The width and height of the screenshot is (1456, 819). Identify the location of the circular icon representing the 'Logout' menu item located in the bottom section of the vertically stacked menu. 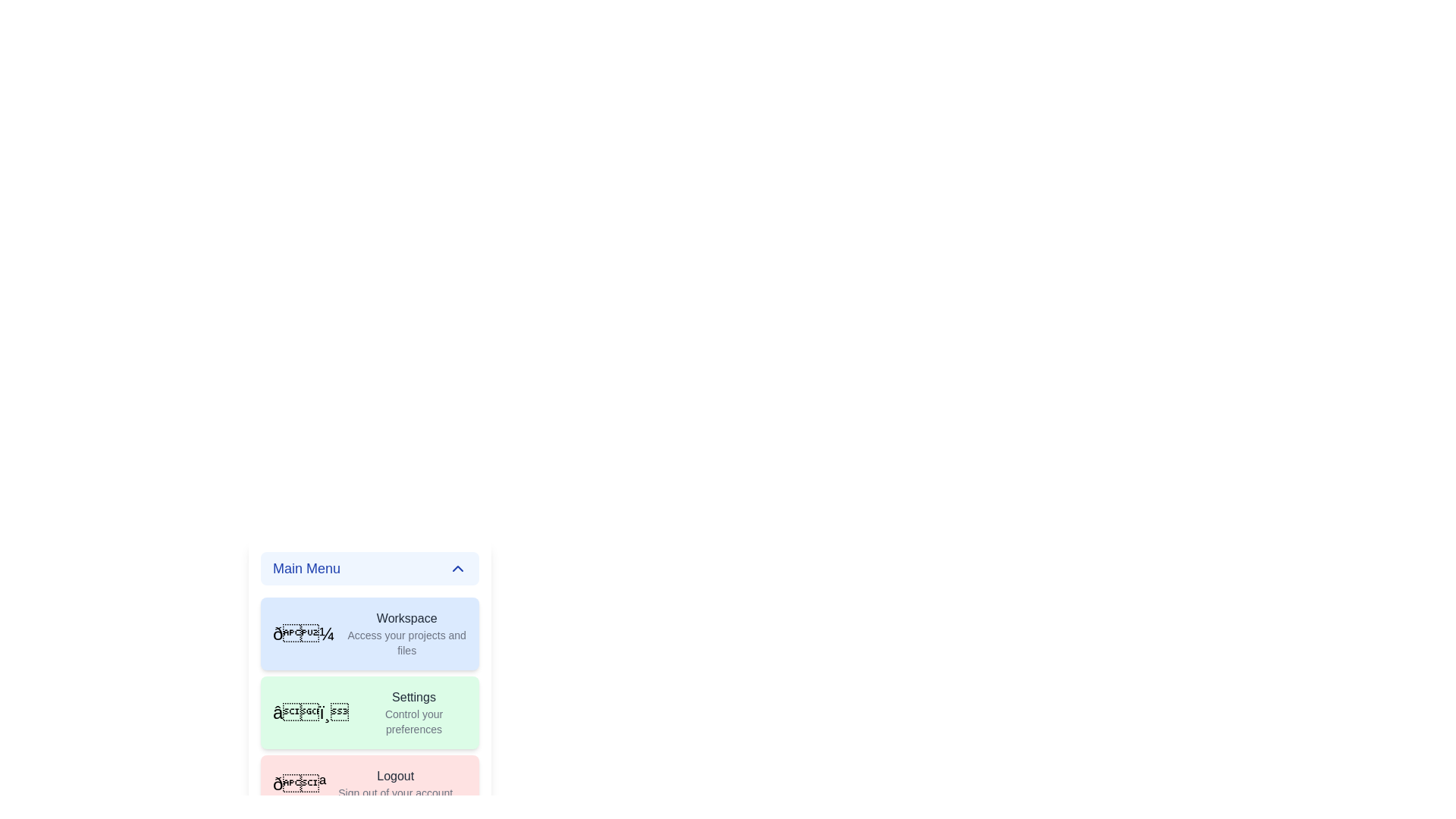
(300, 783).